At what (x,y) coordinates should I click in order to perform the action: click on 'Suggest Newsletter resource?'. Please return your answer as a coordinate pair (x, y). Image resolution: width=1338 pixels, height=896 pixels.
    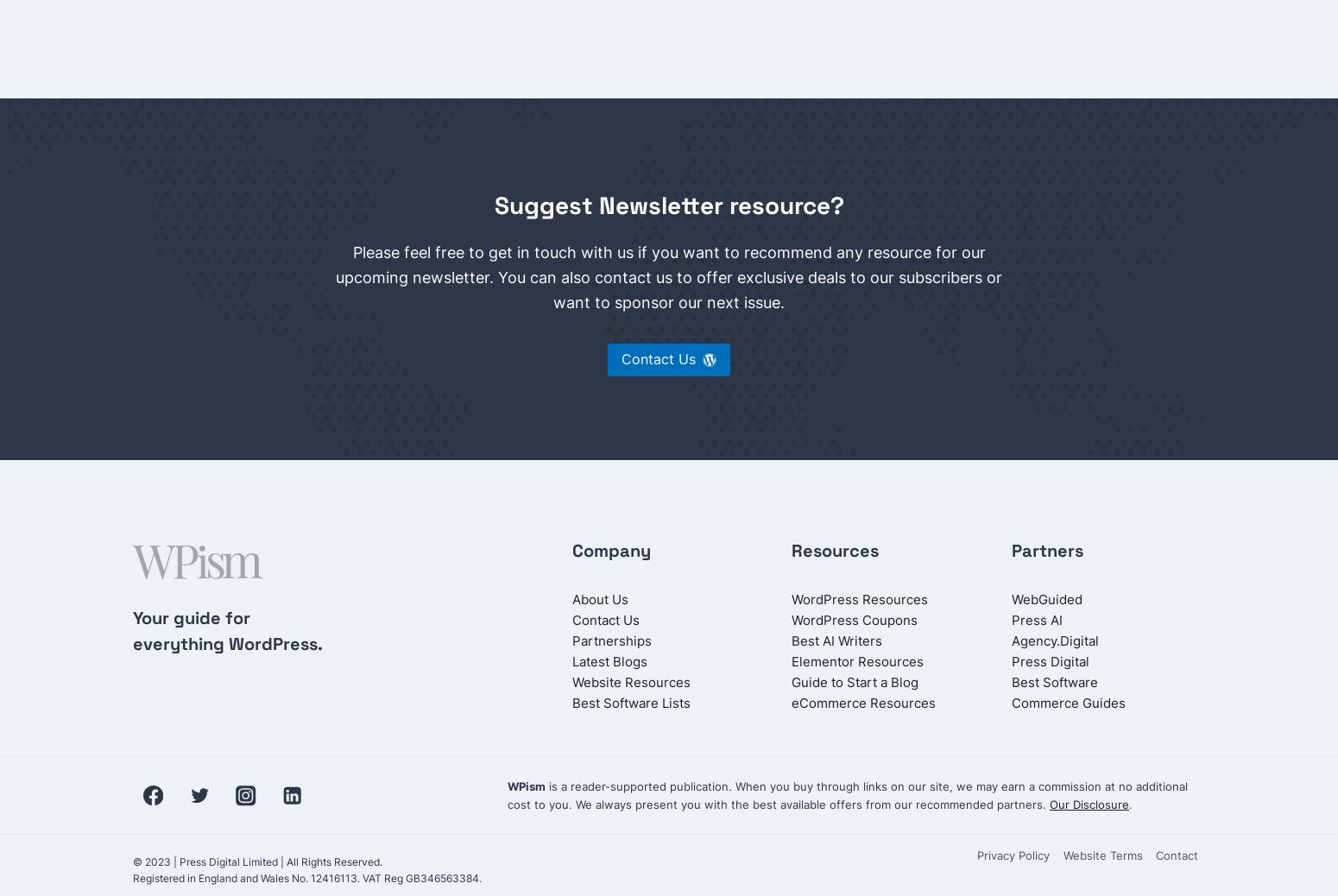
    Looking at the image, I should click on (668, 205).